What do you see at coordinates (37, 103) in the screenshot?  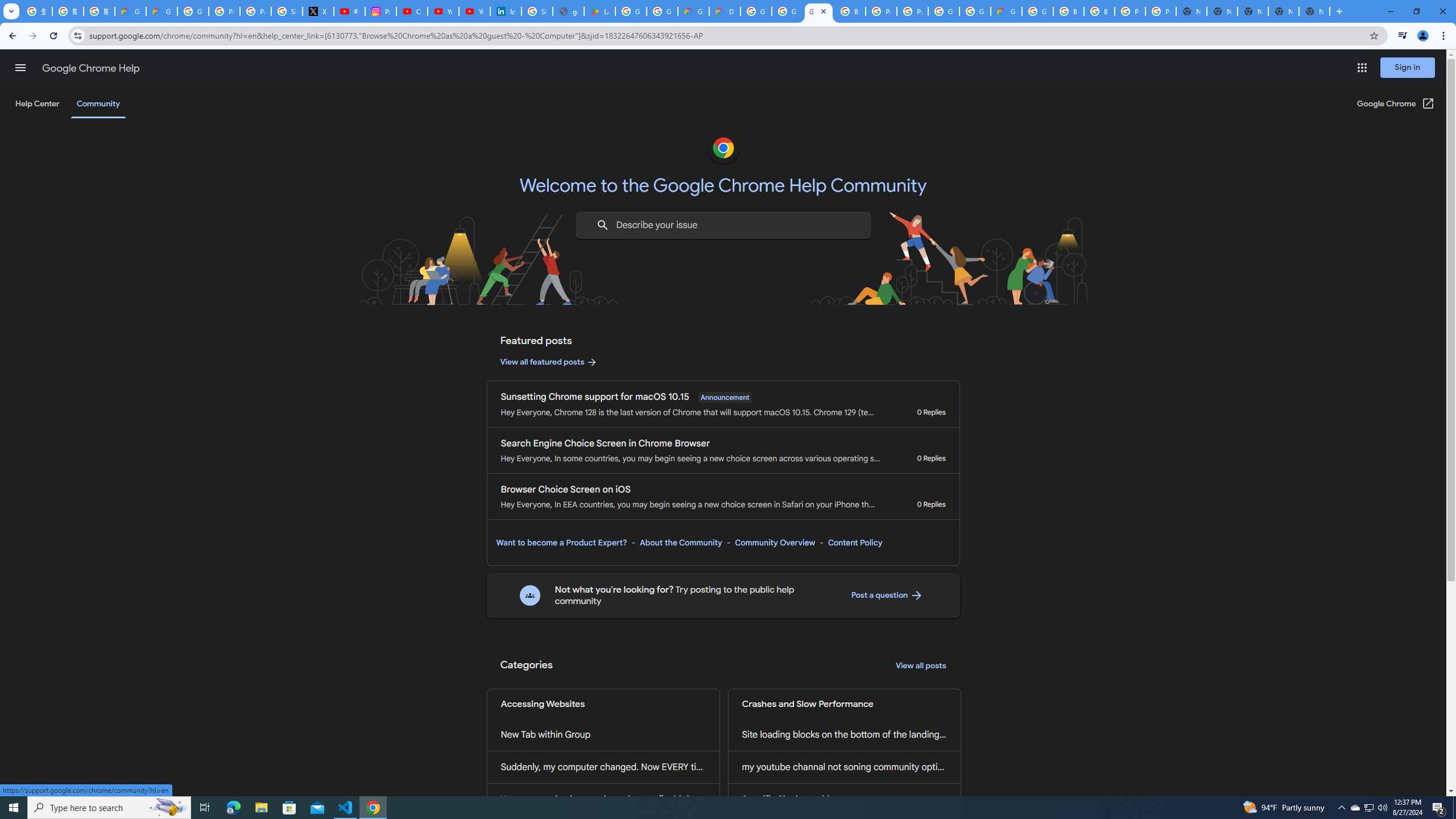 I see `'Help Center'` at bounding box center [37, 103].